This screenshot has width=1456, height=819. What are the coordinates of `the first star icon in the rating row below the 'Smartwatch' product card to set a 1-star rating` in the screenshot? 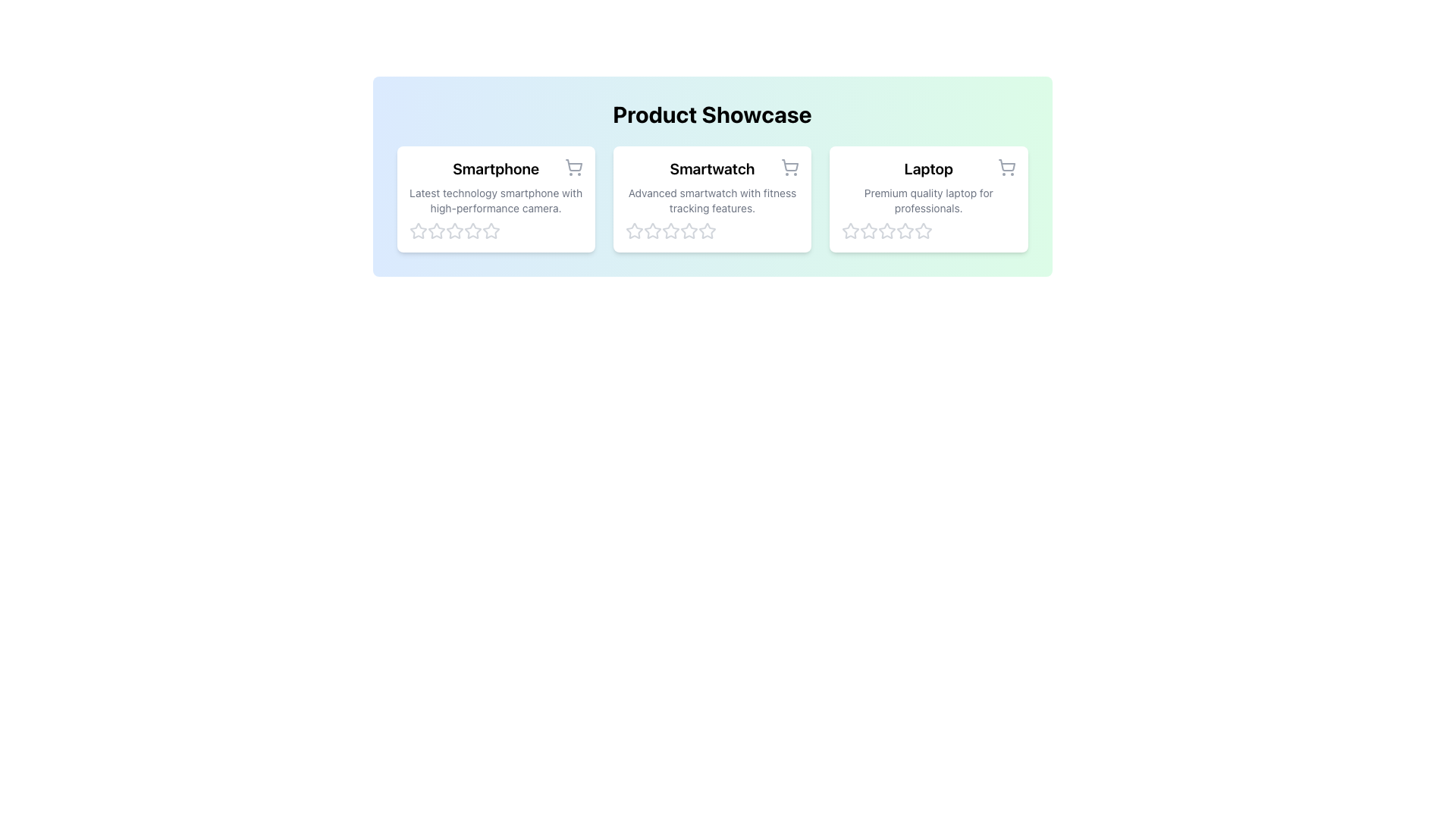 It's located at (634, 231).